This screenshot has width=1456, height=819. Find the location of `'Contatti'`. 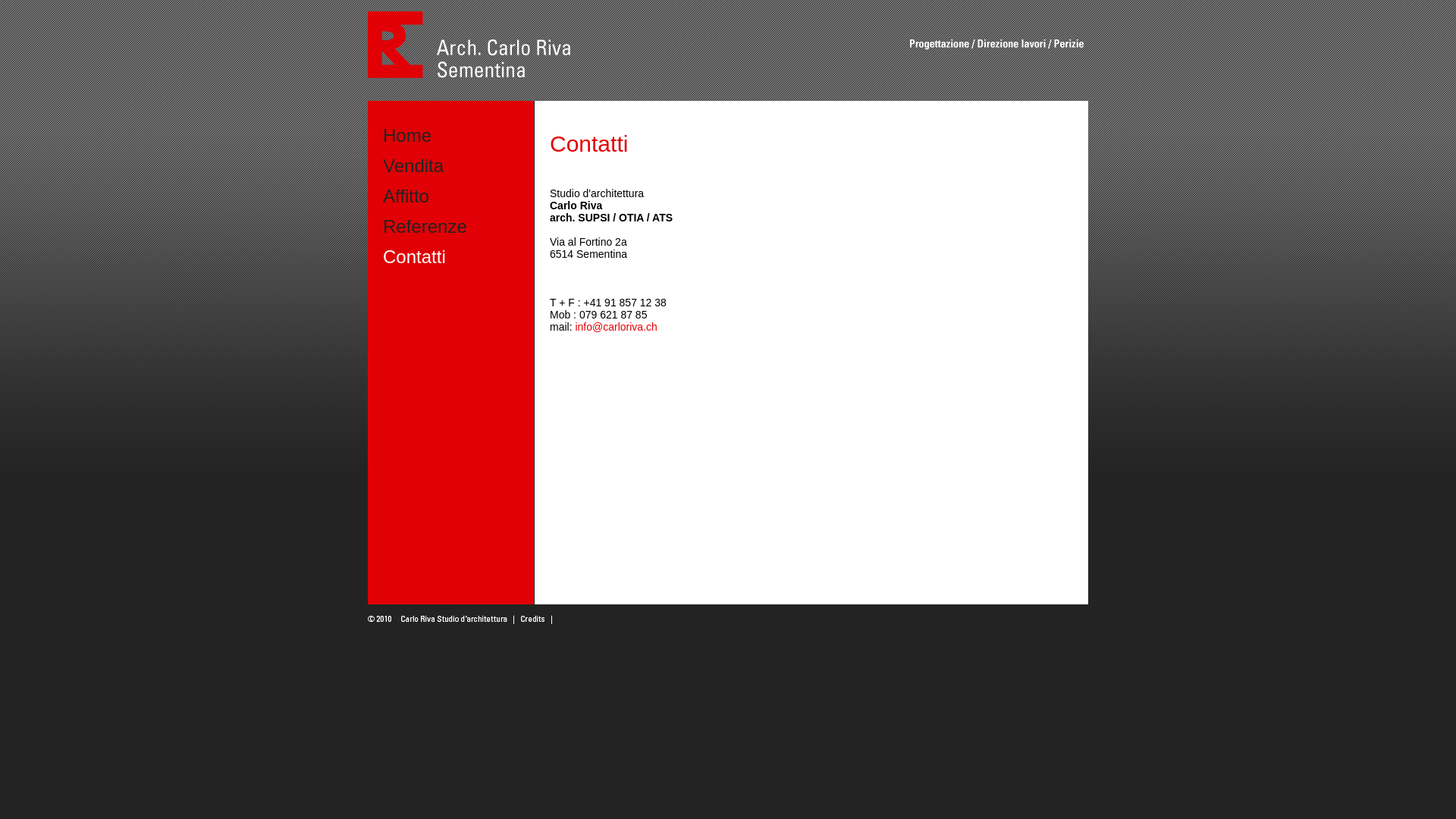

'Contatti' is located at coordinates (414, 256).